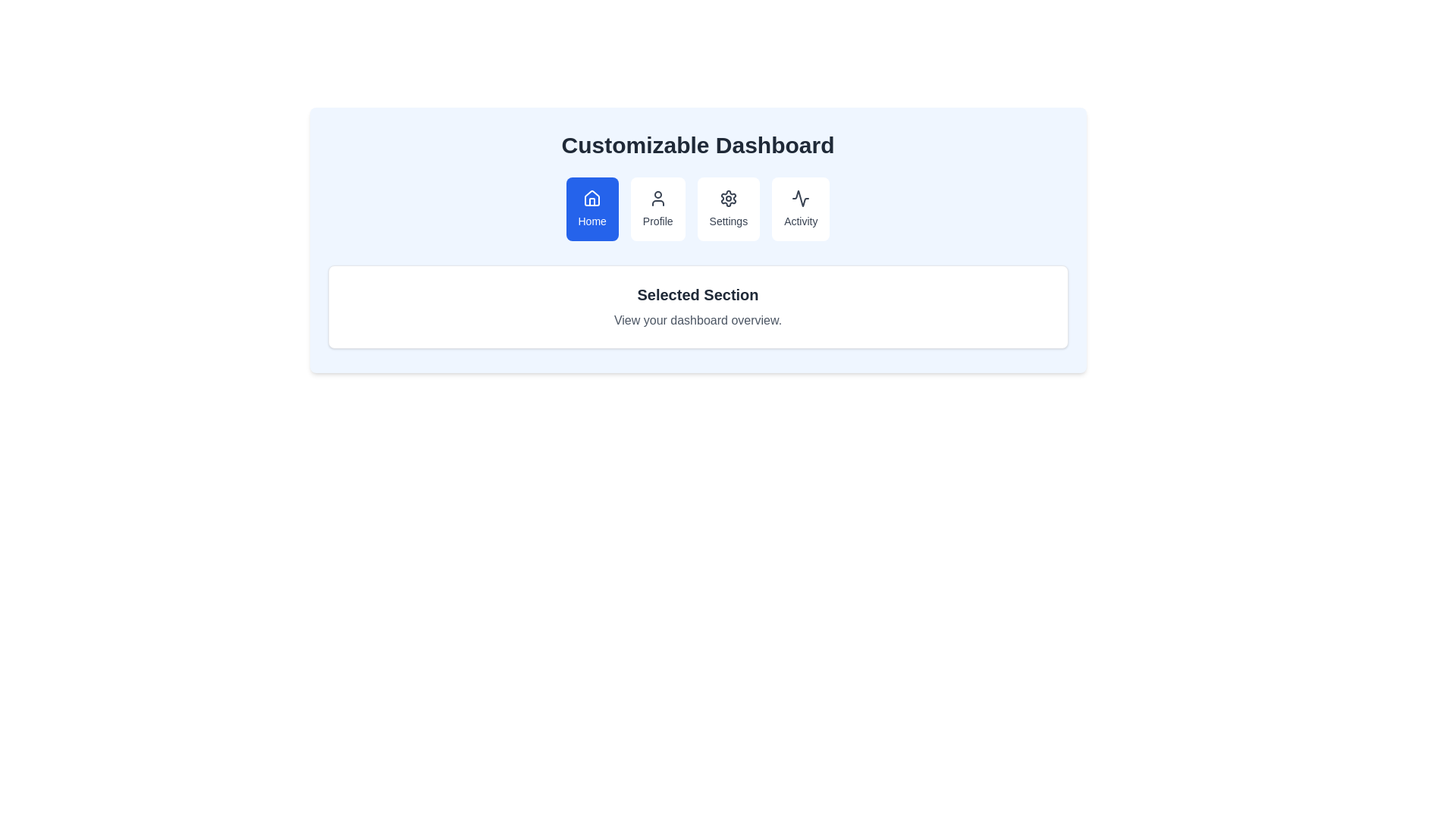 This screenshot has height=819, width=1456. What do you see at coordinates (800, 221) in the screenshot?
I see `descriptive text label located below the activity icon on the rightmost card in the dashboard section for context` at bounding box center [800, 221].